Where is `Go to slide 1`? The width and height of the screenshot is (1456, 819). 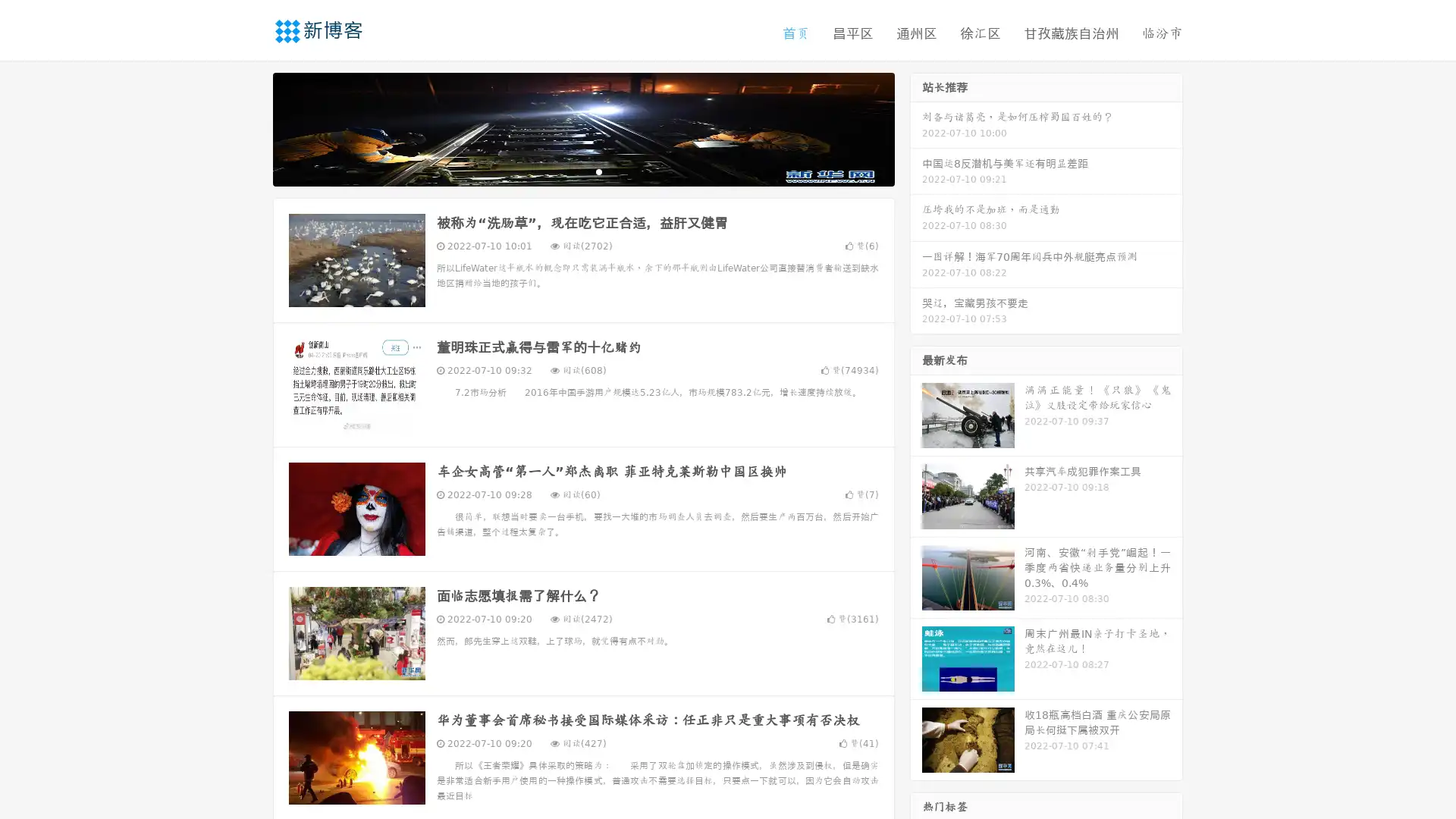
Go to slide 1 is located at coordinates (567, 171).